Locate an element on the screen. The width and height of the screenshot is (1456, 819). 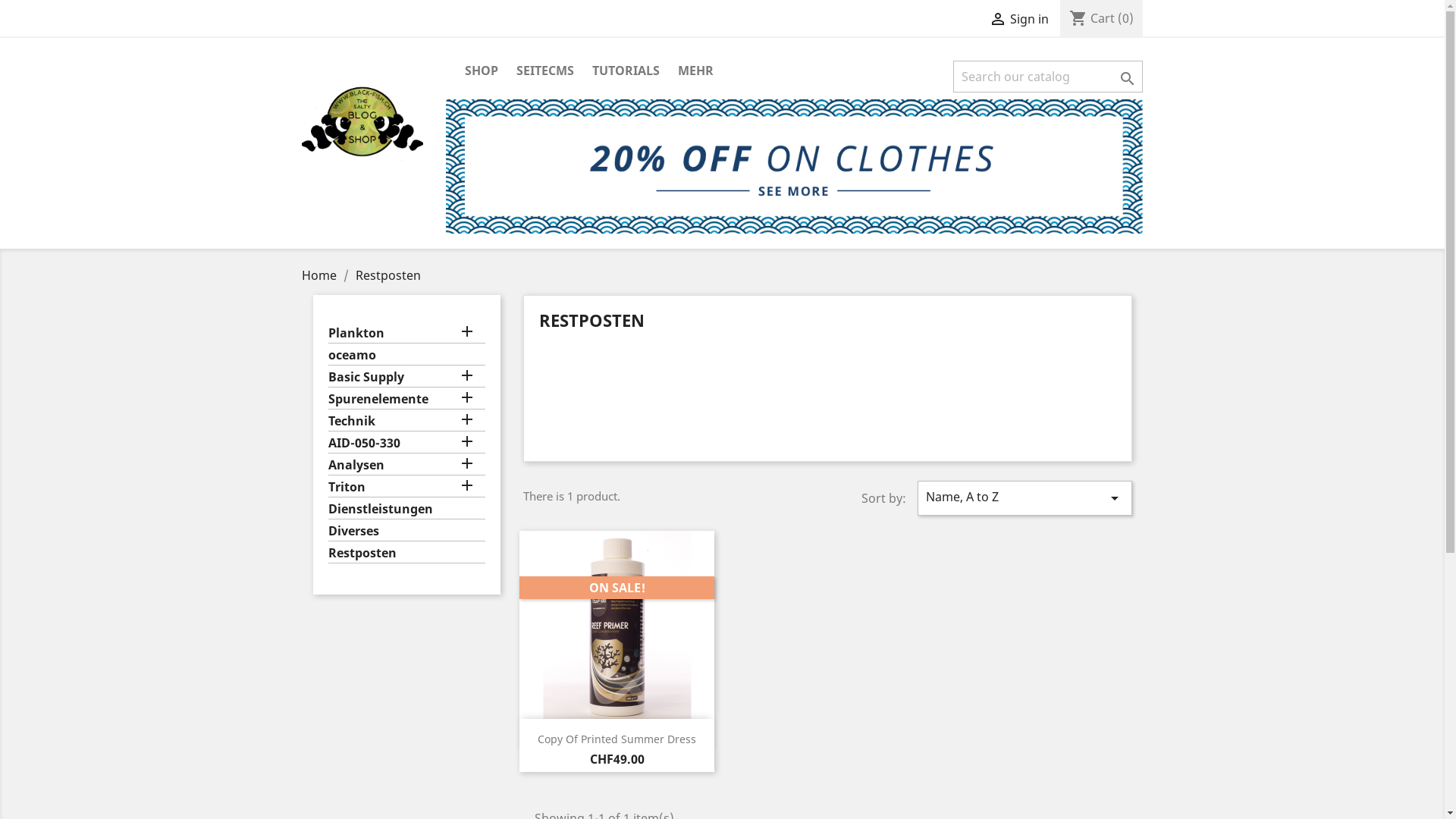
'Plankton' is located at coordinates (406, 333).